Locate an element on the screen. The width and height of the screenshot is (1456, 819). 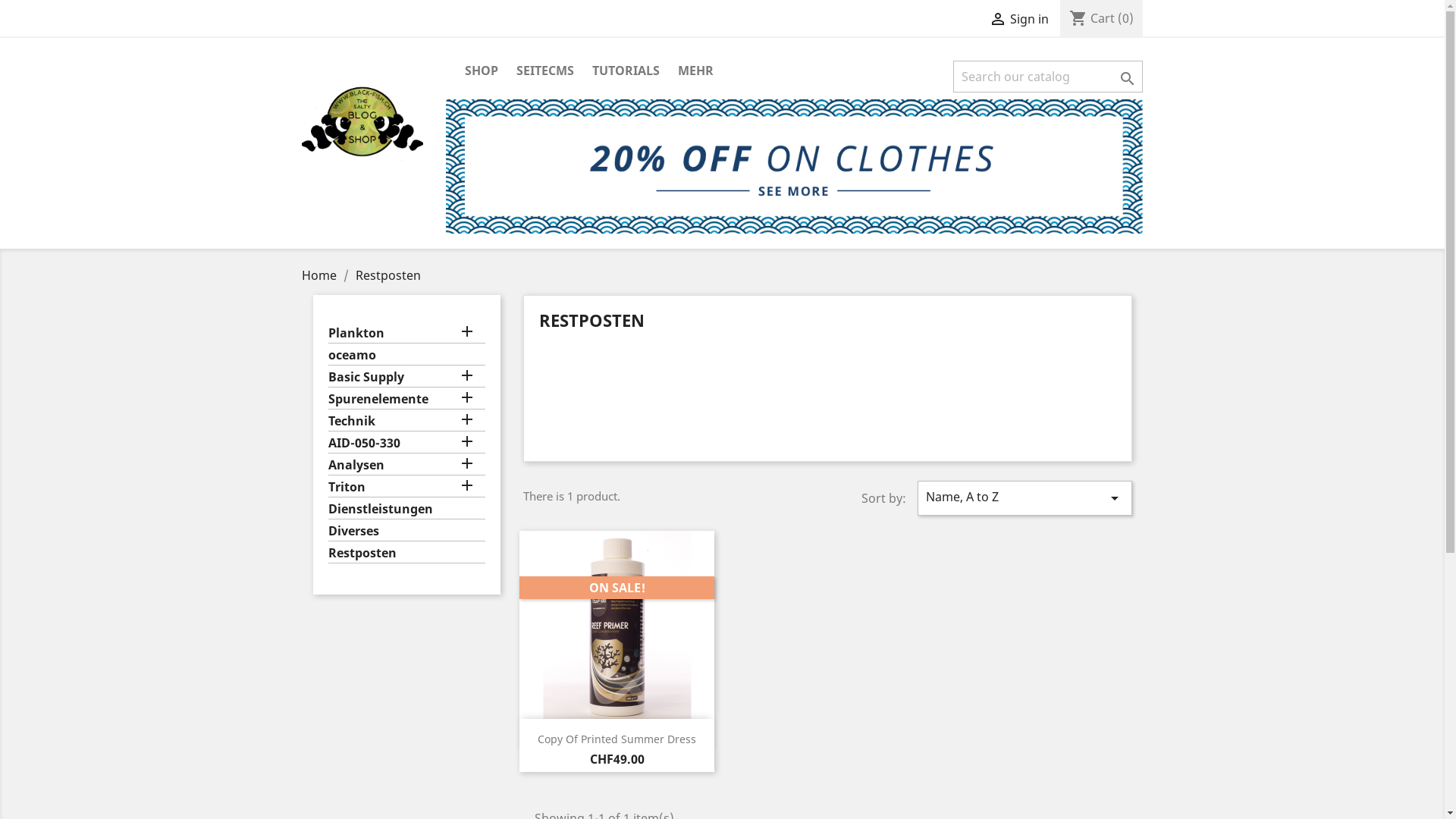
'Plankton' is located at coordinates (406, 333).